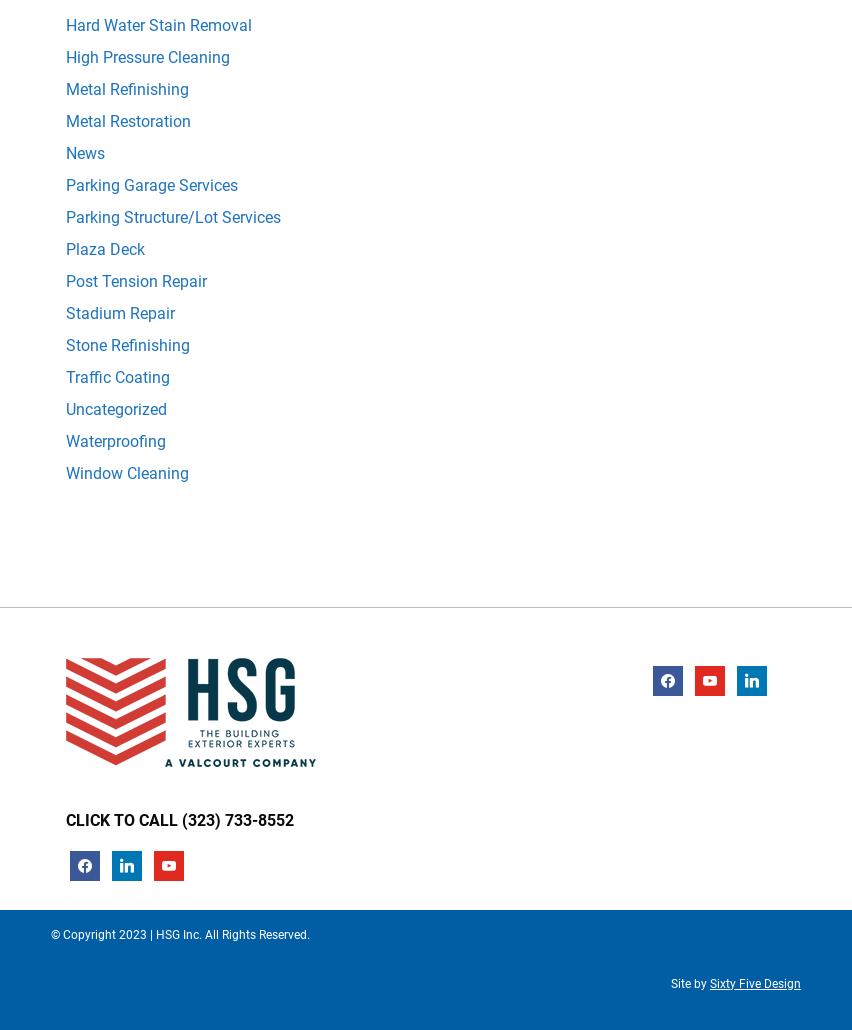 This screenshot has width=852, height=1030. Describe the element at coordinates (116, 408) in the screenshot. I see `'Uncategorized'` at that location.